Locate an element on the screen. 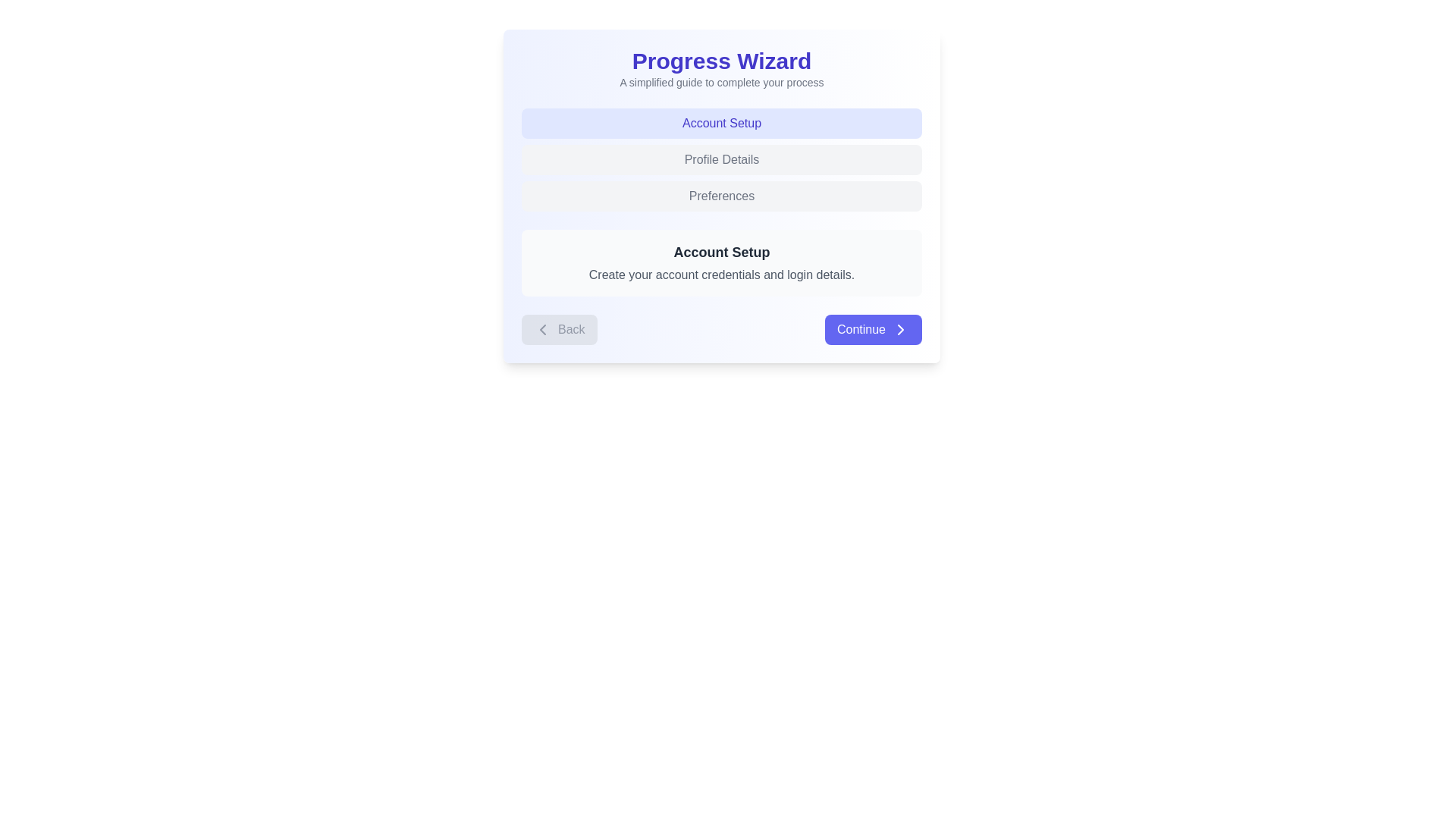 Image resolution: width=1456 pixels, height=819 pixels. the rectangular 'Back' button with a gray background and rounded corners is located at coordinates (558, 329).